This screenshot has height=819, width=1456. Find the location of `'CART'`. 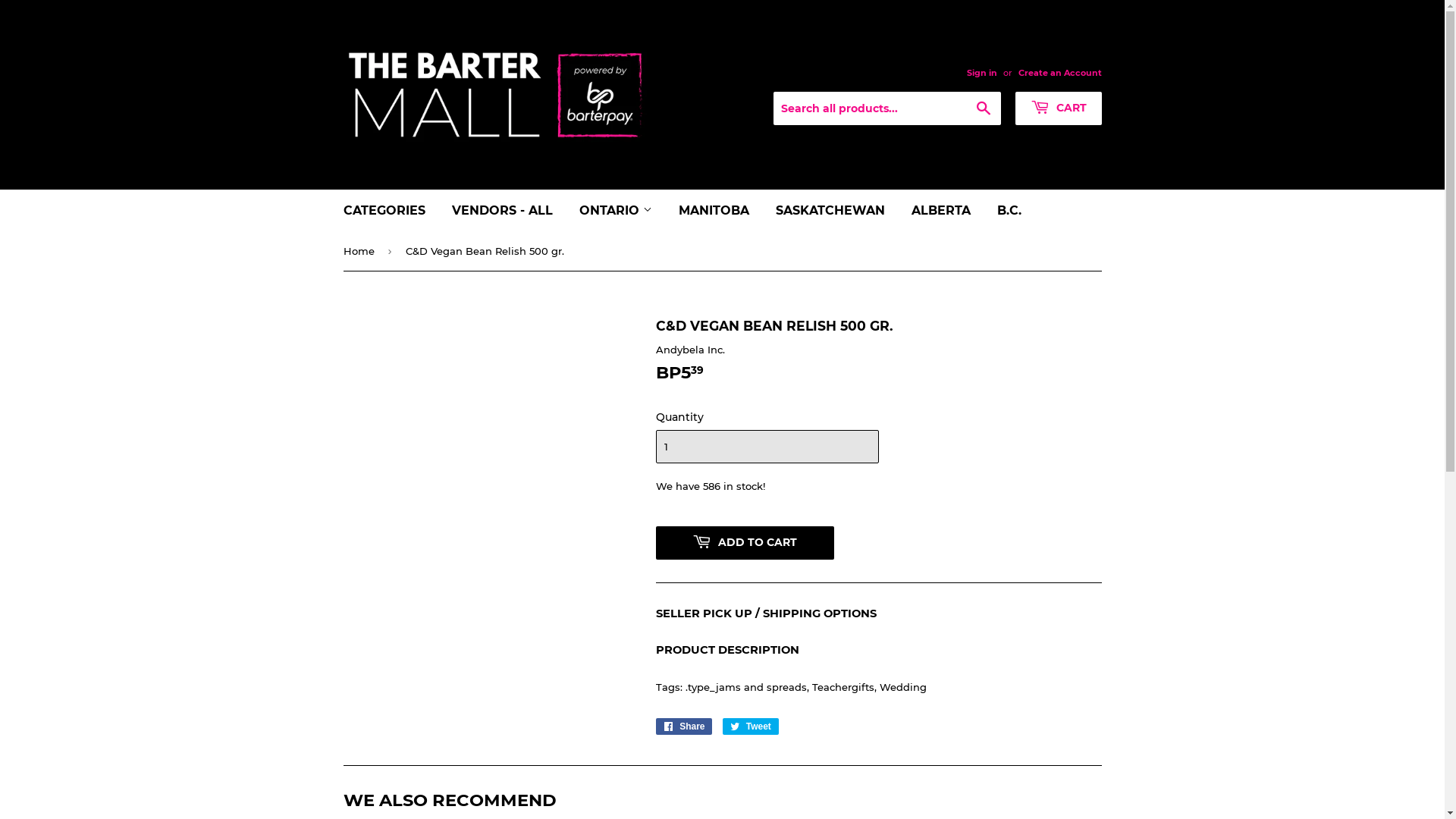

'CART' is located at coordinates (1057, 107).